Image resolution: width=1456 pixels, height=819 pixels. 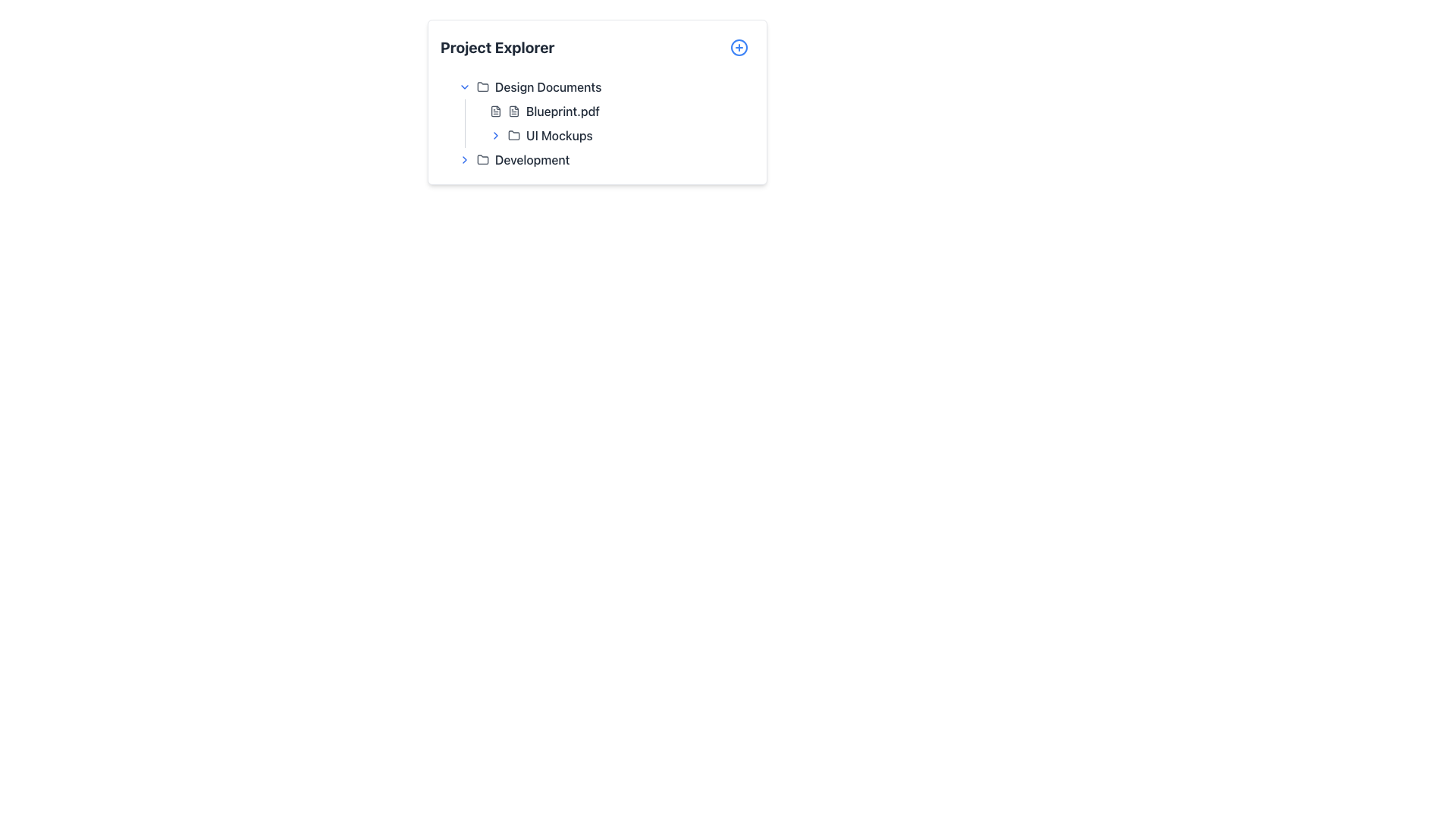 I want to click on to select the file item labeled 'Blueprint.pdf' in the tree view structure under 'Design Documents', so click(x=619, y=110).